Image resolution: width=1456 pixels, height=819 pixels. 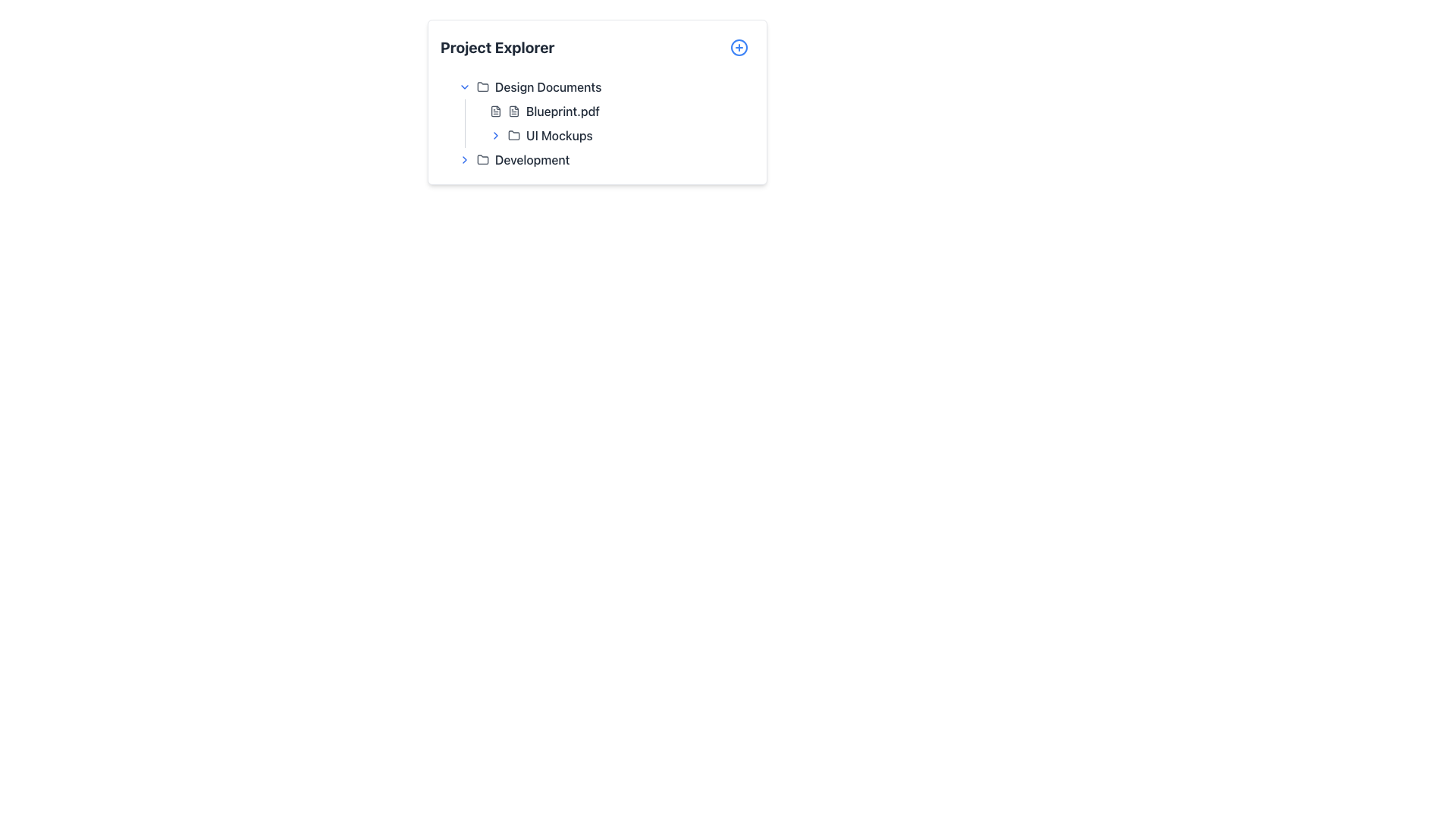 I want to click on to select the file item labeled 'Blueprint.pdf' in the tree view structure under 'Design Documents', so click(x=619, y=110).